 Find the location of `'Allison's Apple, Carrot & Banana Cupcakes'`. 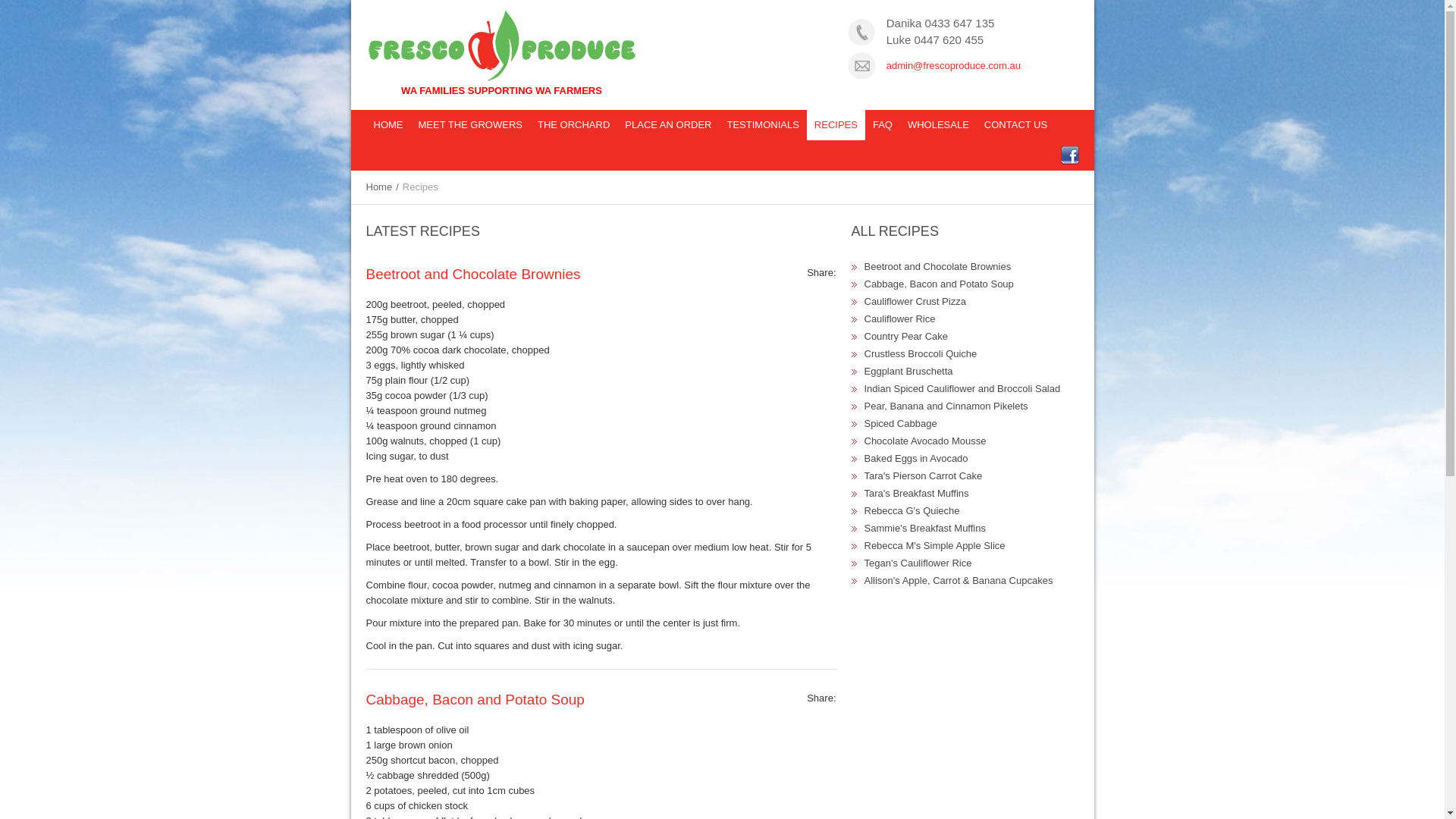

'Allison's Apple, Carrot & Banana Cupcakes' is located at coordinates (958, 580).